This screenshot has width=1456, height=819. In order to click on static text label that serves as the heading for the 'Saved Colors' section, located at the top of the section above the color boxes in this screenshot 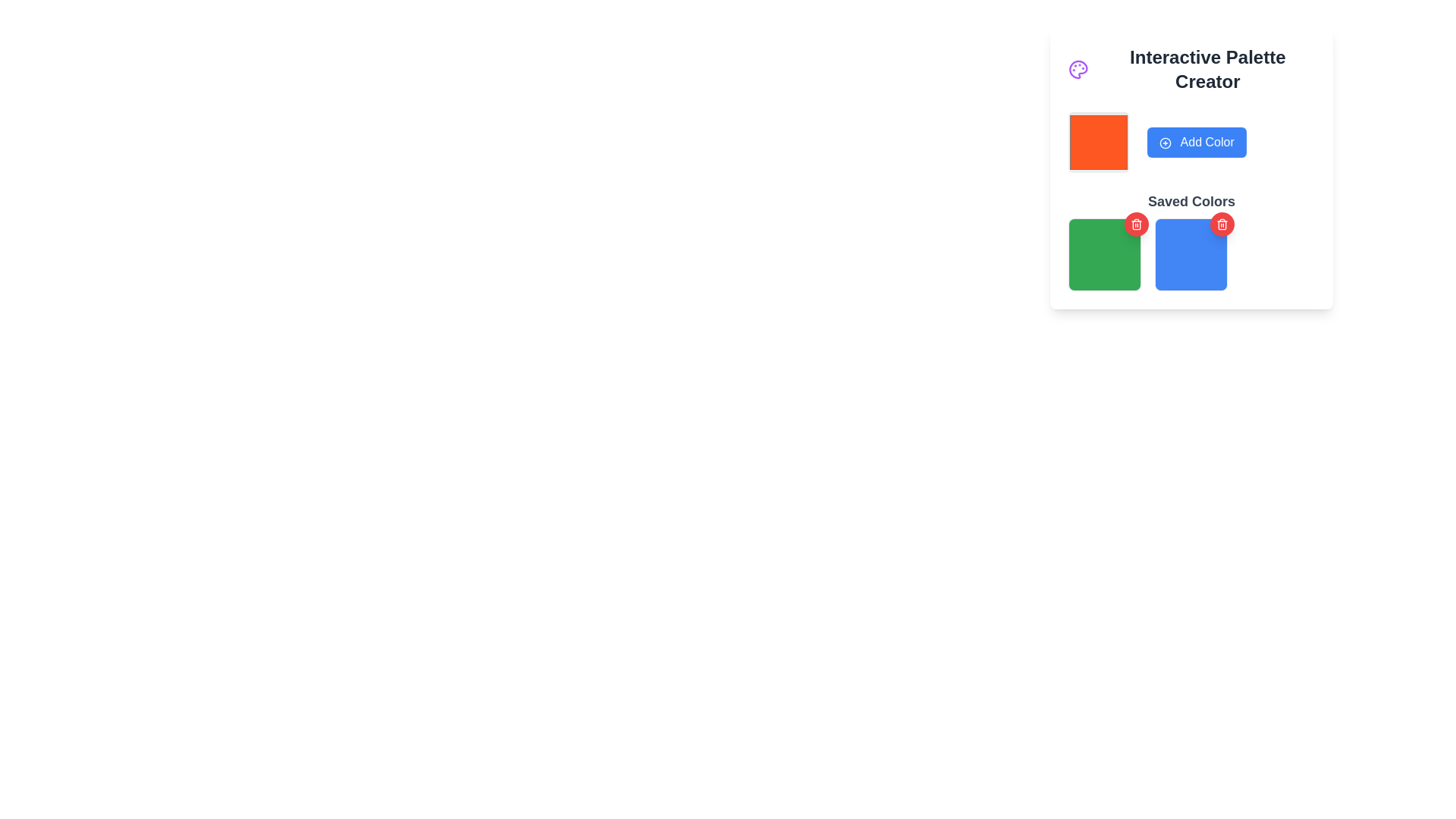, I will do `click(1191, 201)`.